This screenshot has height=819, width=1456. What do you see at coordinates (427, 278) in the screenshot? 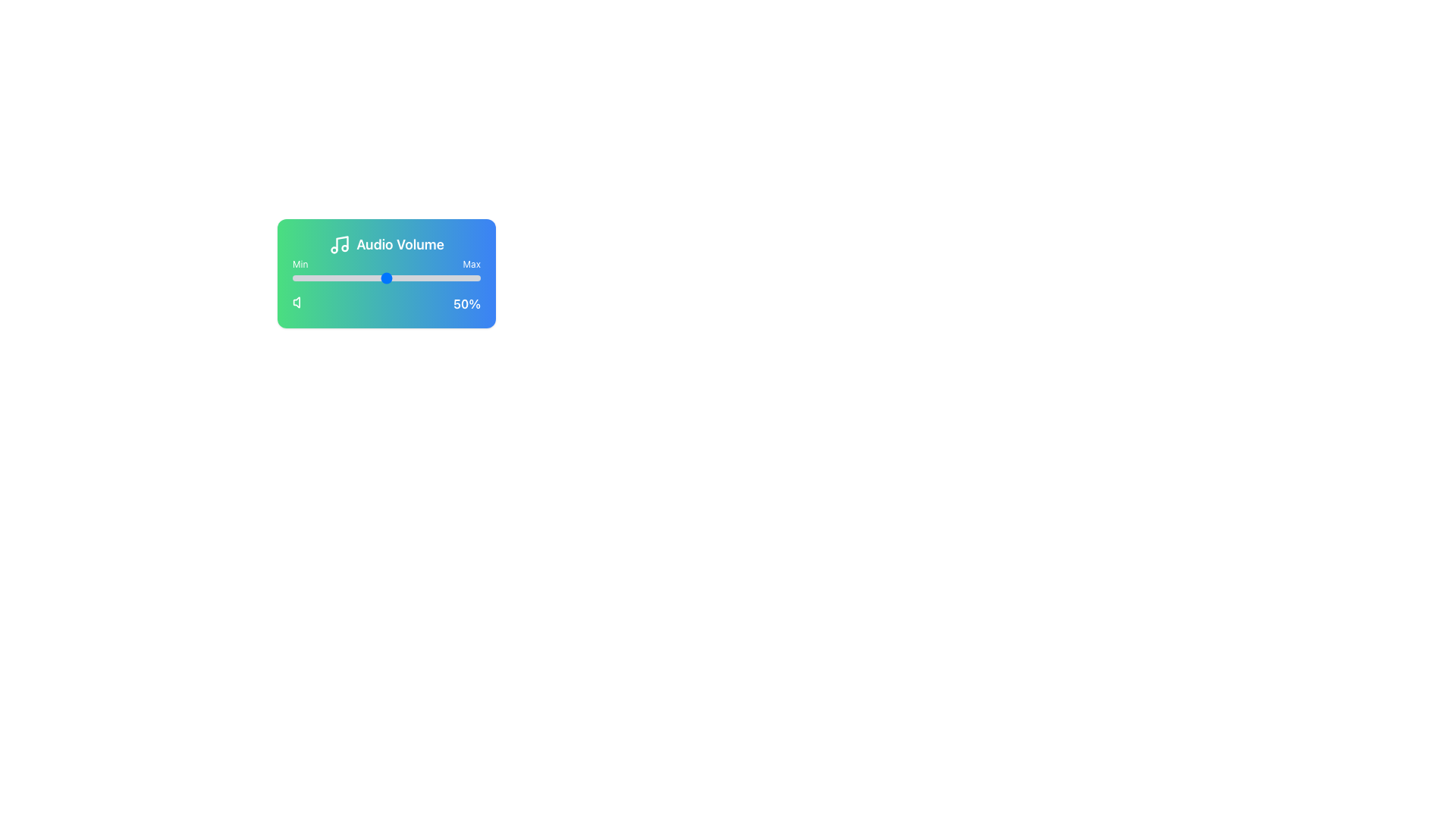
I see `the audio volume slider` at bounding box center [427, 278].